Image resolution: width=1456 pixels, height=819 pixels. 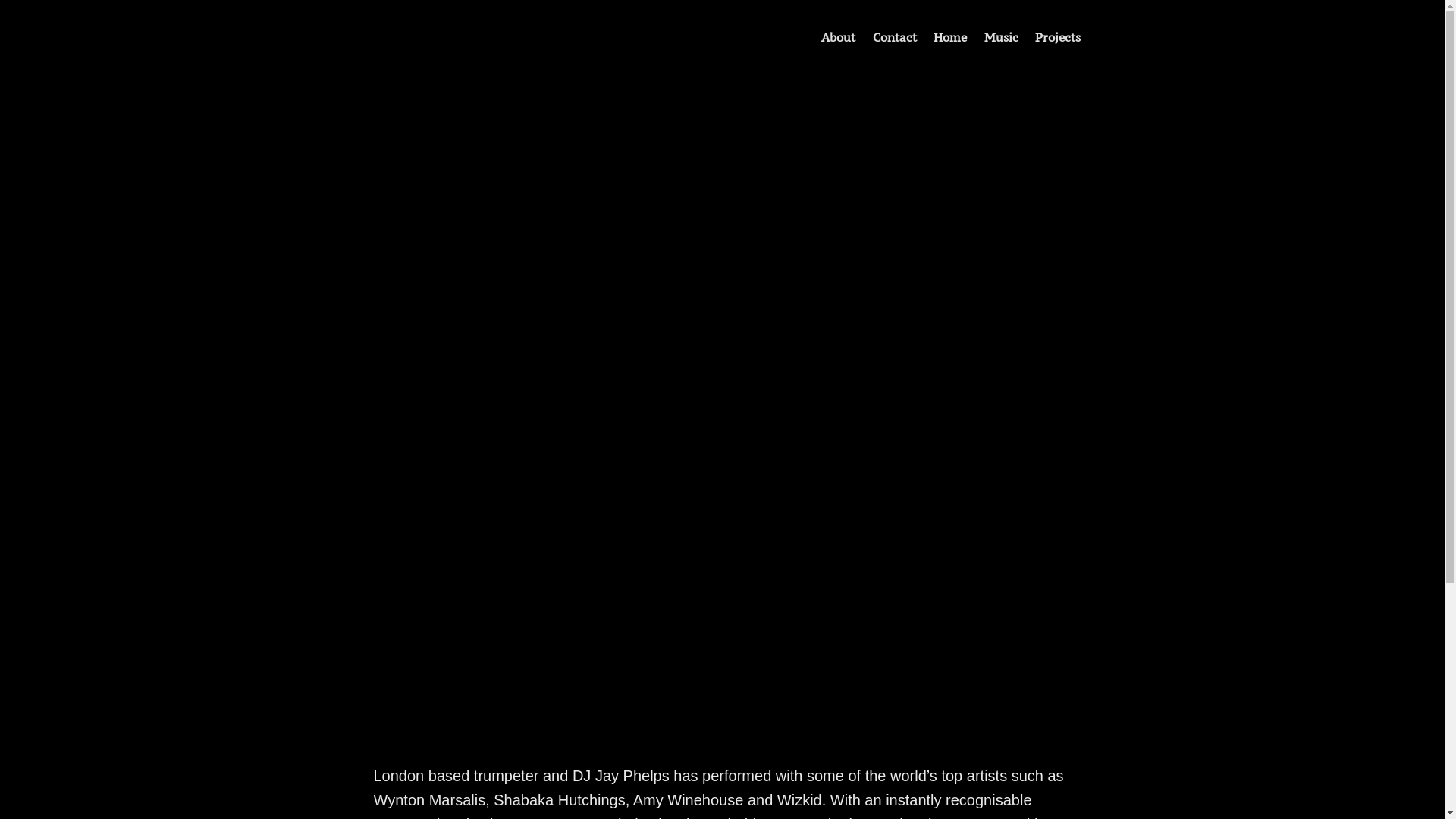 I want to click on 'Contact', so click(x=894, y=35).